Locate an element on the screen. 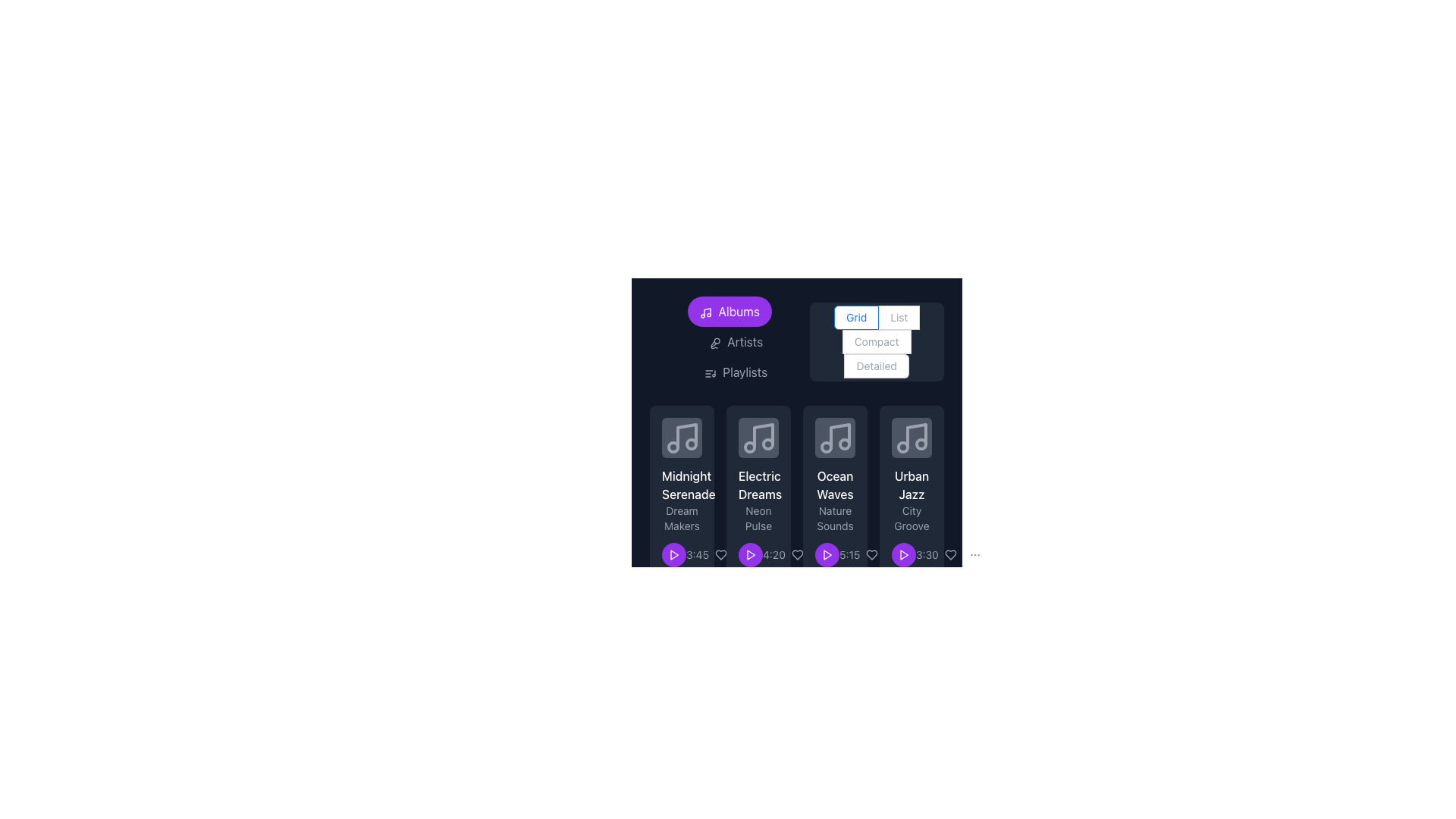  the music note icon with a purple background that is part of the 'Albums' tab button located at the top of the layout is located at coordinates (705, 312).